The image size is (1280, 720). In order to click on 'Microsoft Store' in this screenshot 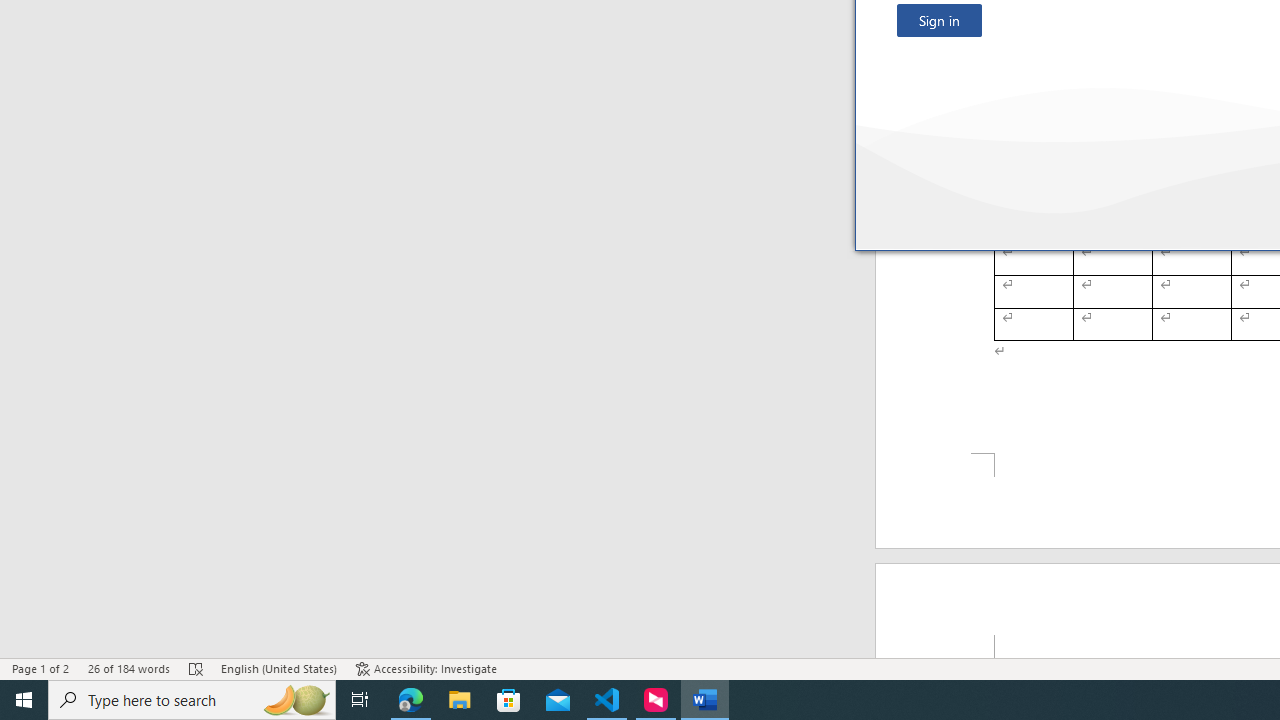, I will do `click(509, 698)`.